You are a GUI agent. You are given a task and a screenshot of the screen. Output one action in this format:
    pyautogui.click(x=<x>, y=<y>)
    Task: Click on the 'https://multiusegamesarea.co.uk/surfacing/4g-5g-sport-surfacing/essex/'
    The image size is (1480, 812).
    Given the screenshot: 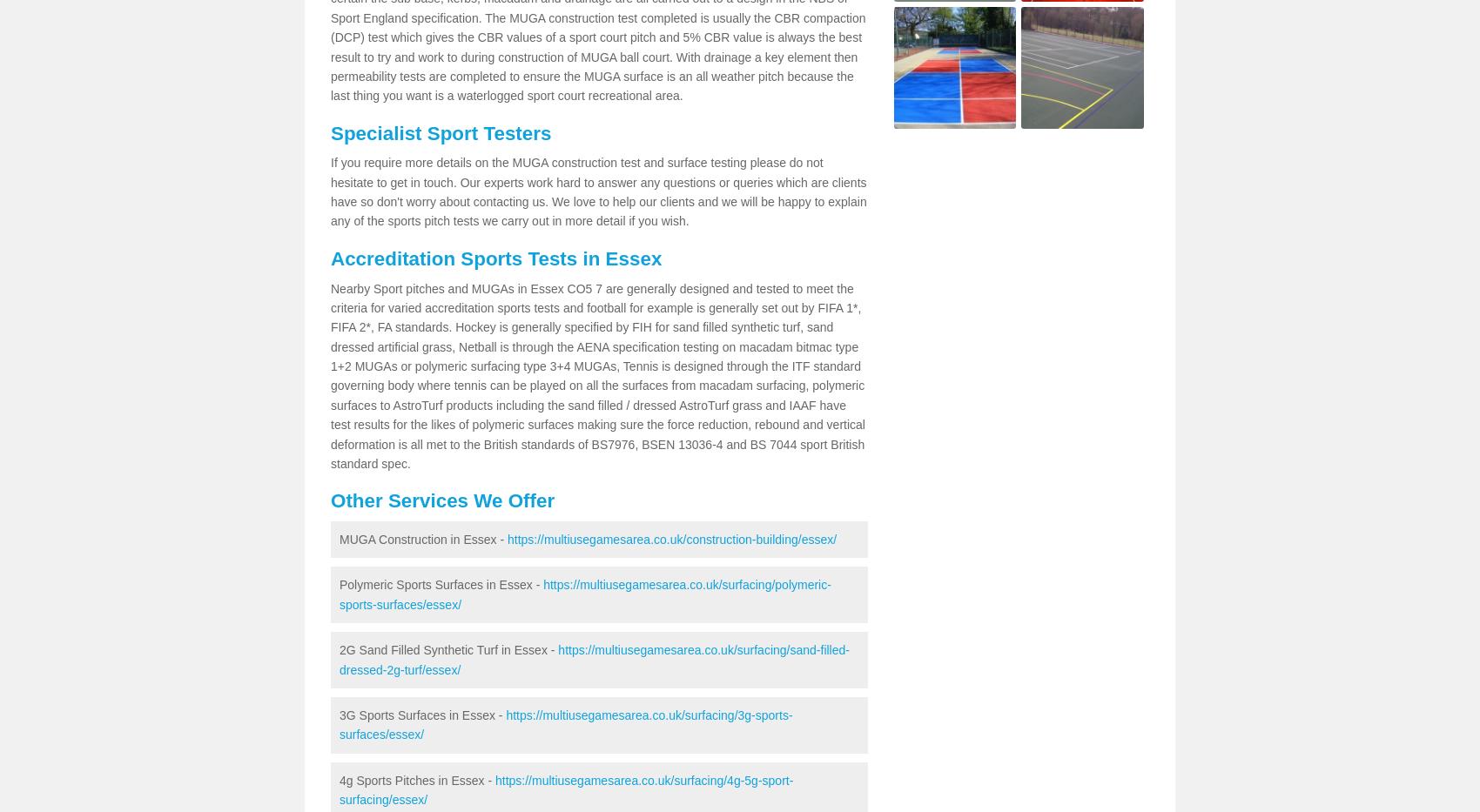 What is the action you would take?
    pyautogui.click(x=566, y=789)
    